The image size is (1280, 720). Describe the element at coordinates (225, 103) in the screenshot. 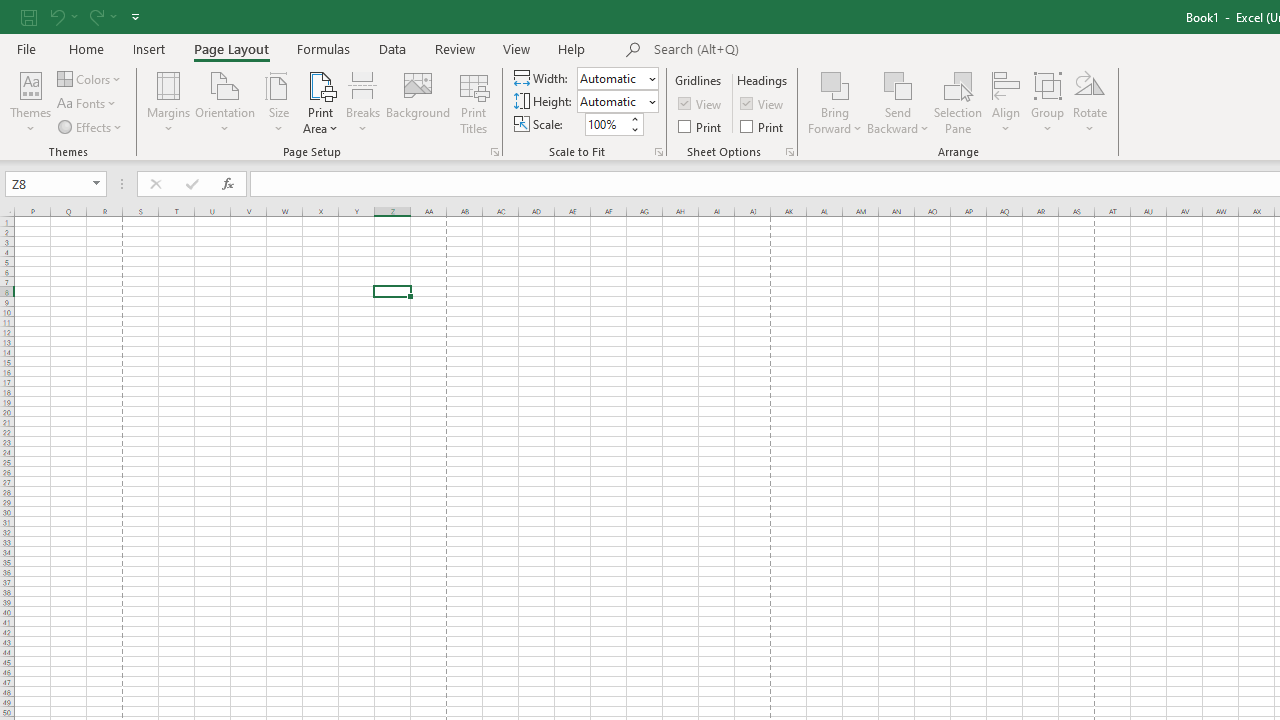

I see `'Orientation'` at that location.